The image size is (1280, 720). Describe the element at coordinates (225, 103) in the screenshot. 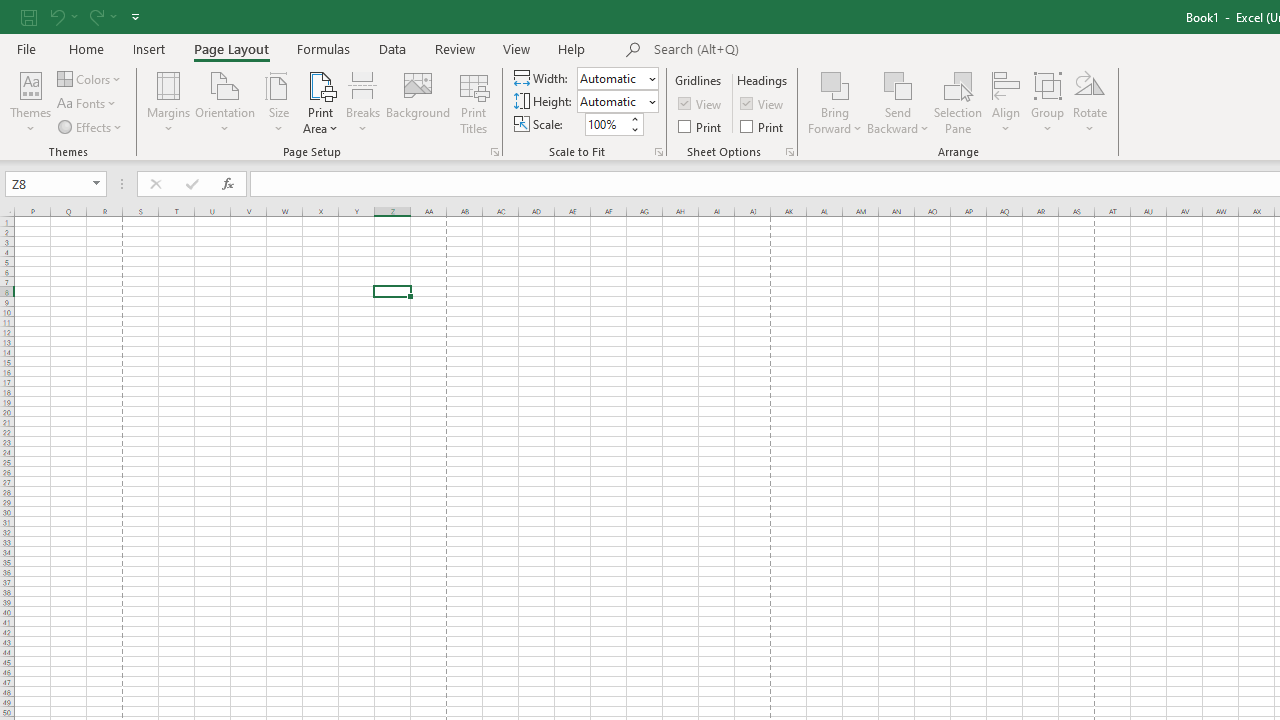

I see `'Orientation'` at that location.